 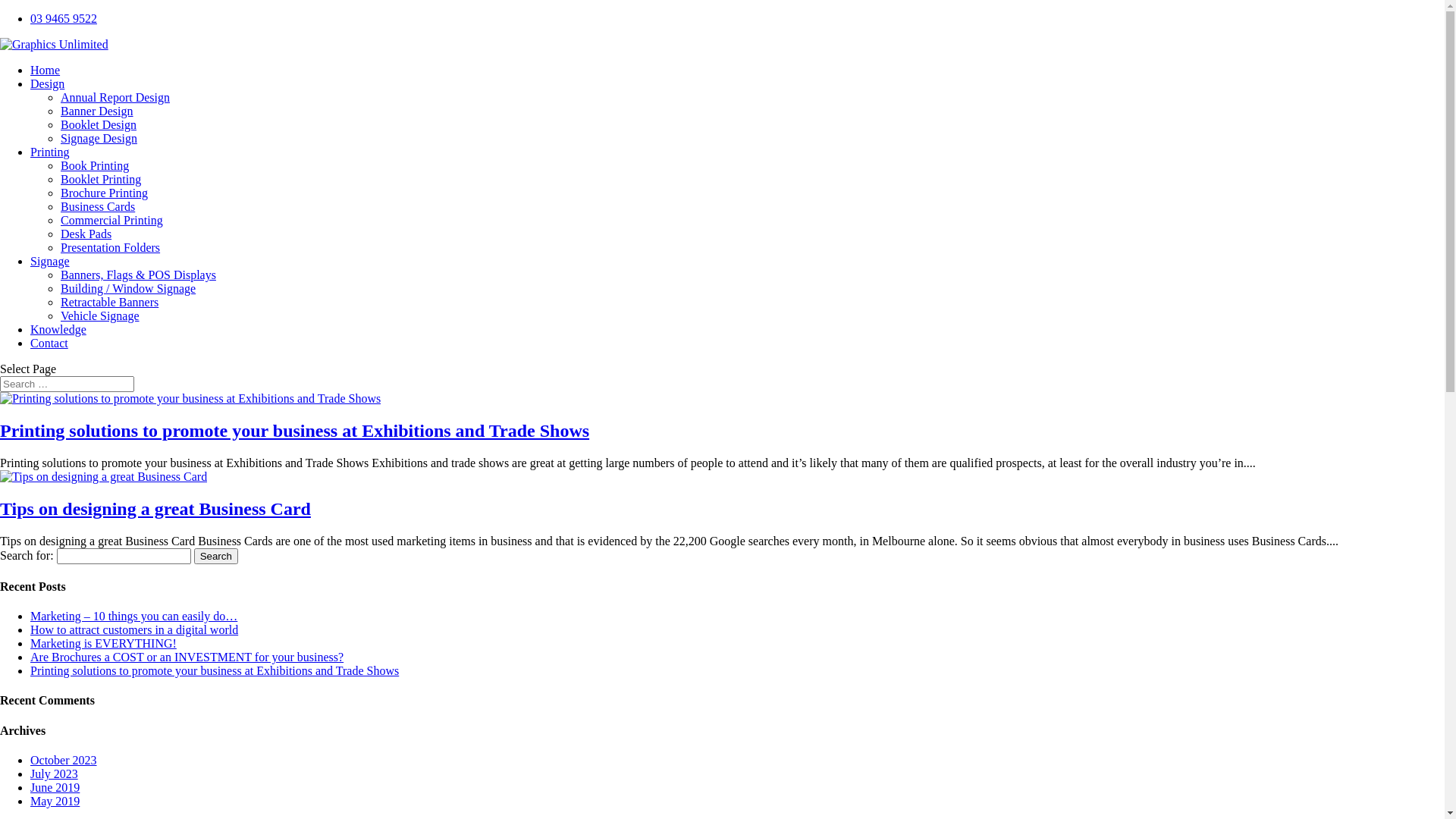 What do you see at coordinates (102, 643) in the screenshot?
I see `'Marketing is EVERYTHING!'` at bounding box center [102, 643].